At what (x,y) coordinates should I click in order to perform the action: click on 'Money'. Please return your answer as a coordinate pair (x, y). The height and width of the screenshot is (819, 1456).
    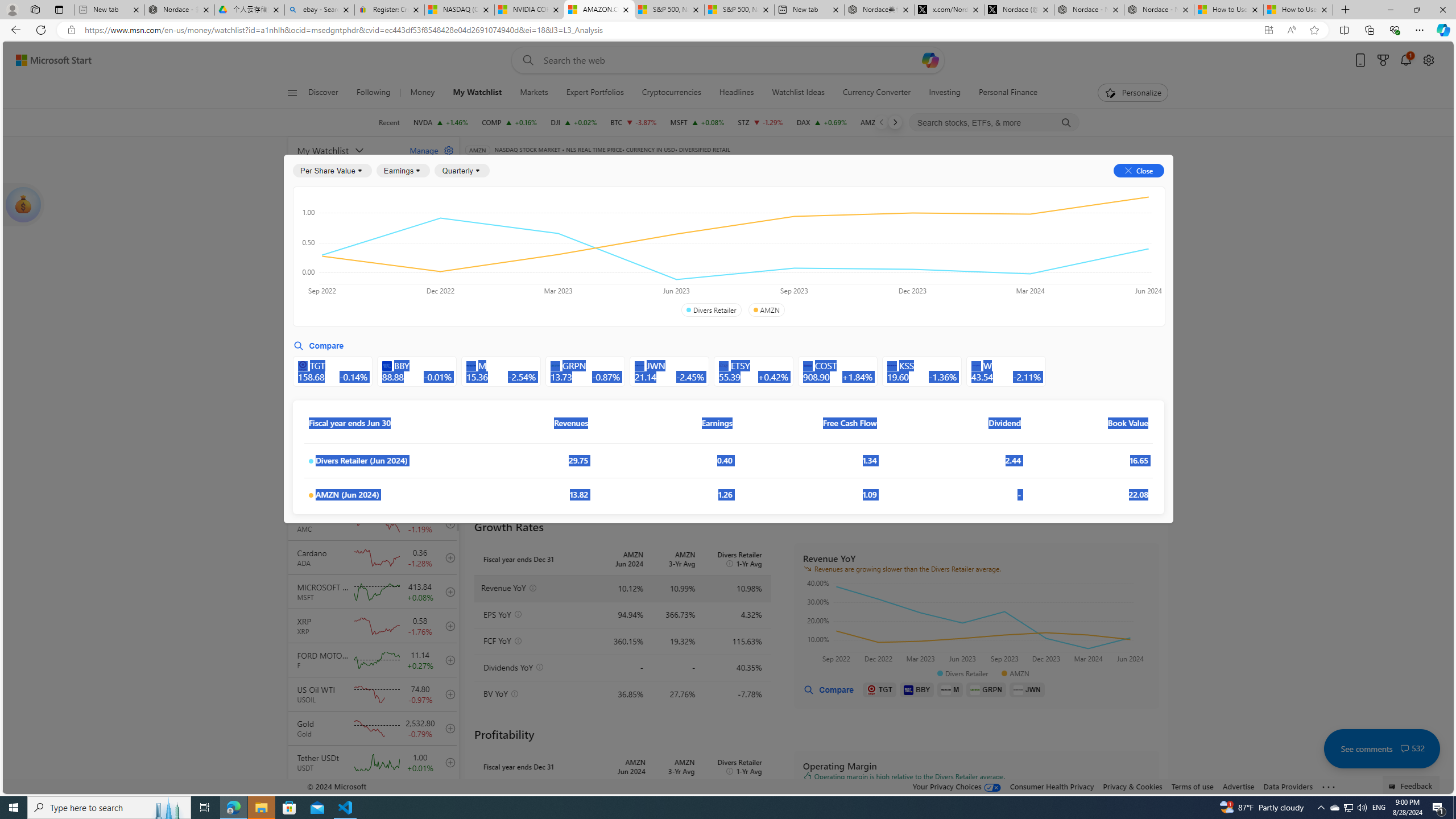
    Looking at the image, I should click on (421, 92).